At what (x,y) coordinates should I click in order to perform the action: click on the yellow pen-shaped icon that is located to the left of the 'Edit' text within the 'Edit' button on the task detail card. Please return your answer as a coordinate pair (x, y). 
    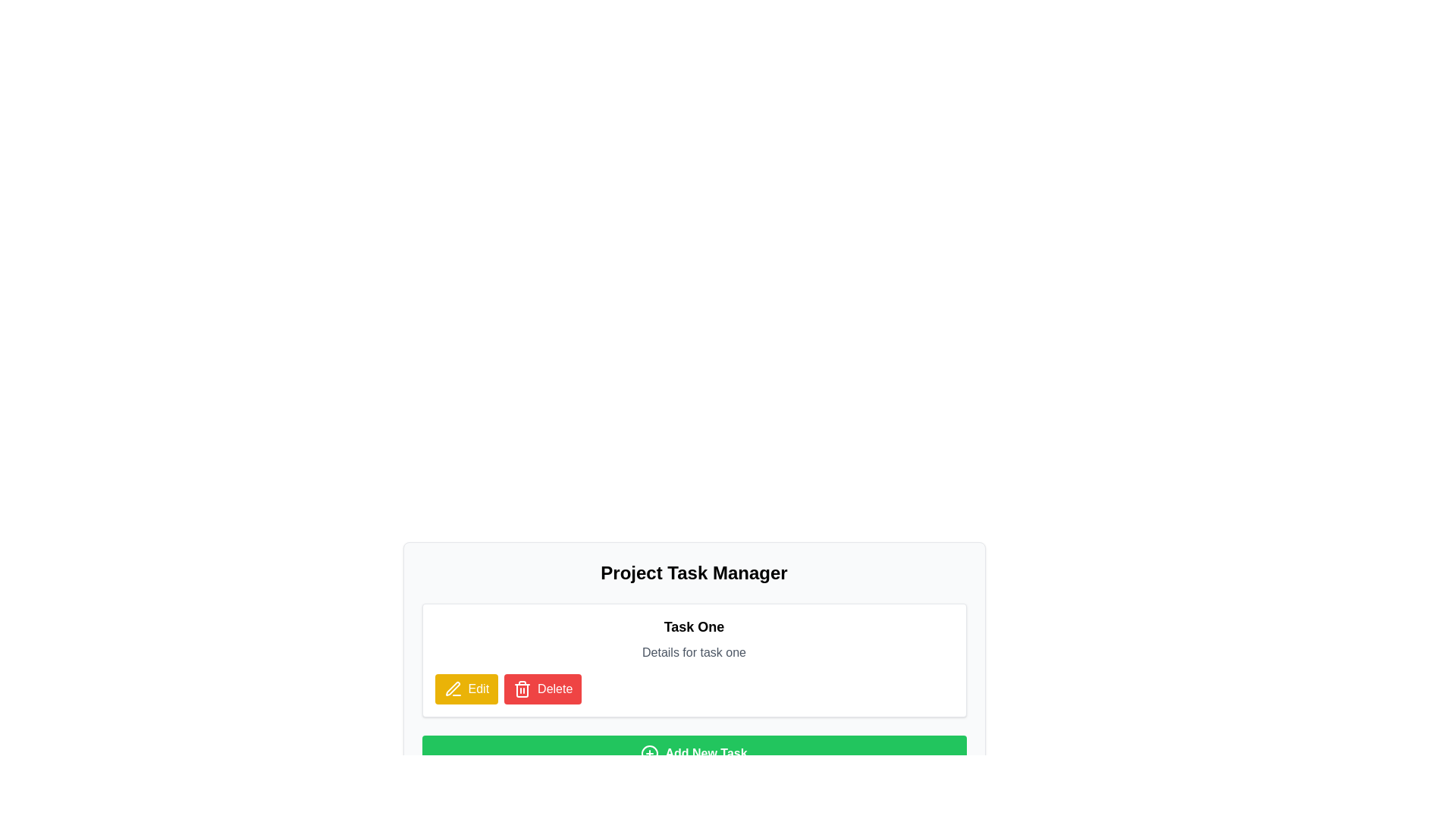
    Looking at the image, I should click on (452, 689).